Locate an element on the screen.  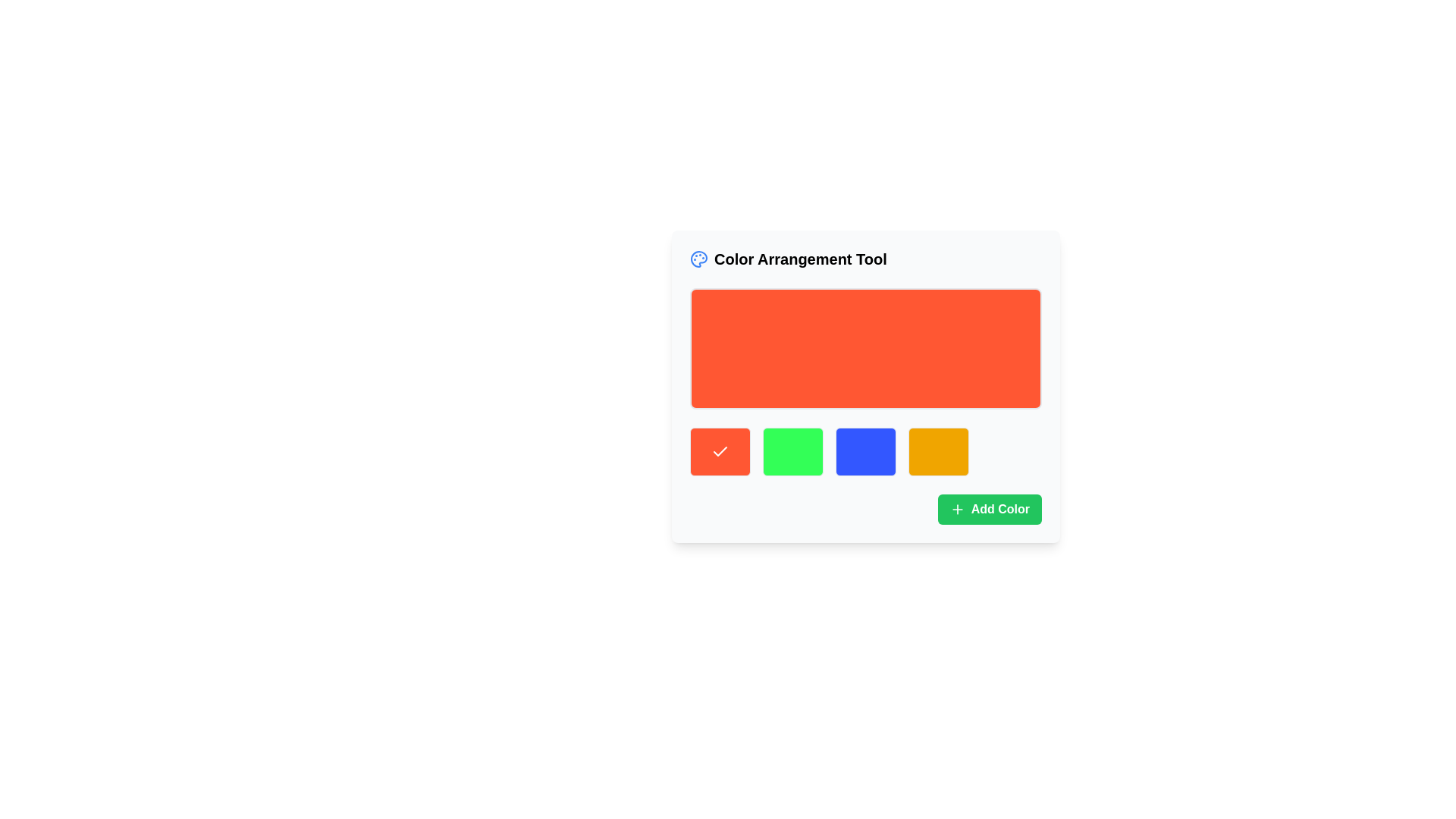
the visual display area or placeholder used is located at coordinates (866, 385).